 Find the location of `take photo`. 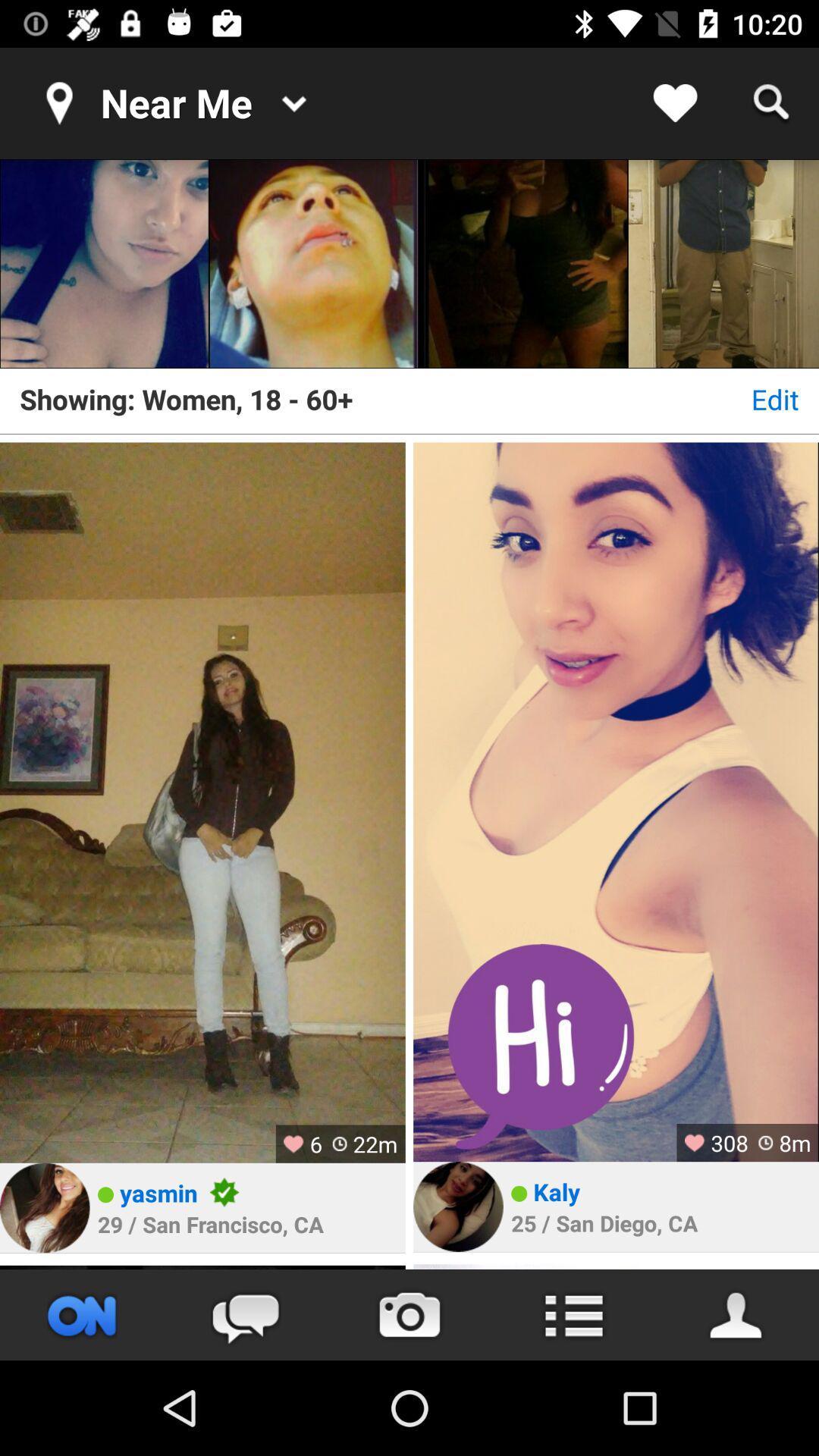

take photo is located at coordinates (409, 1314).